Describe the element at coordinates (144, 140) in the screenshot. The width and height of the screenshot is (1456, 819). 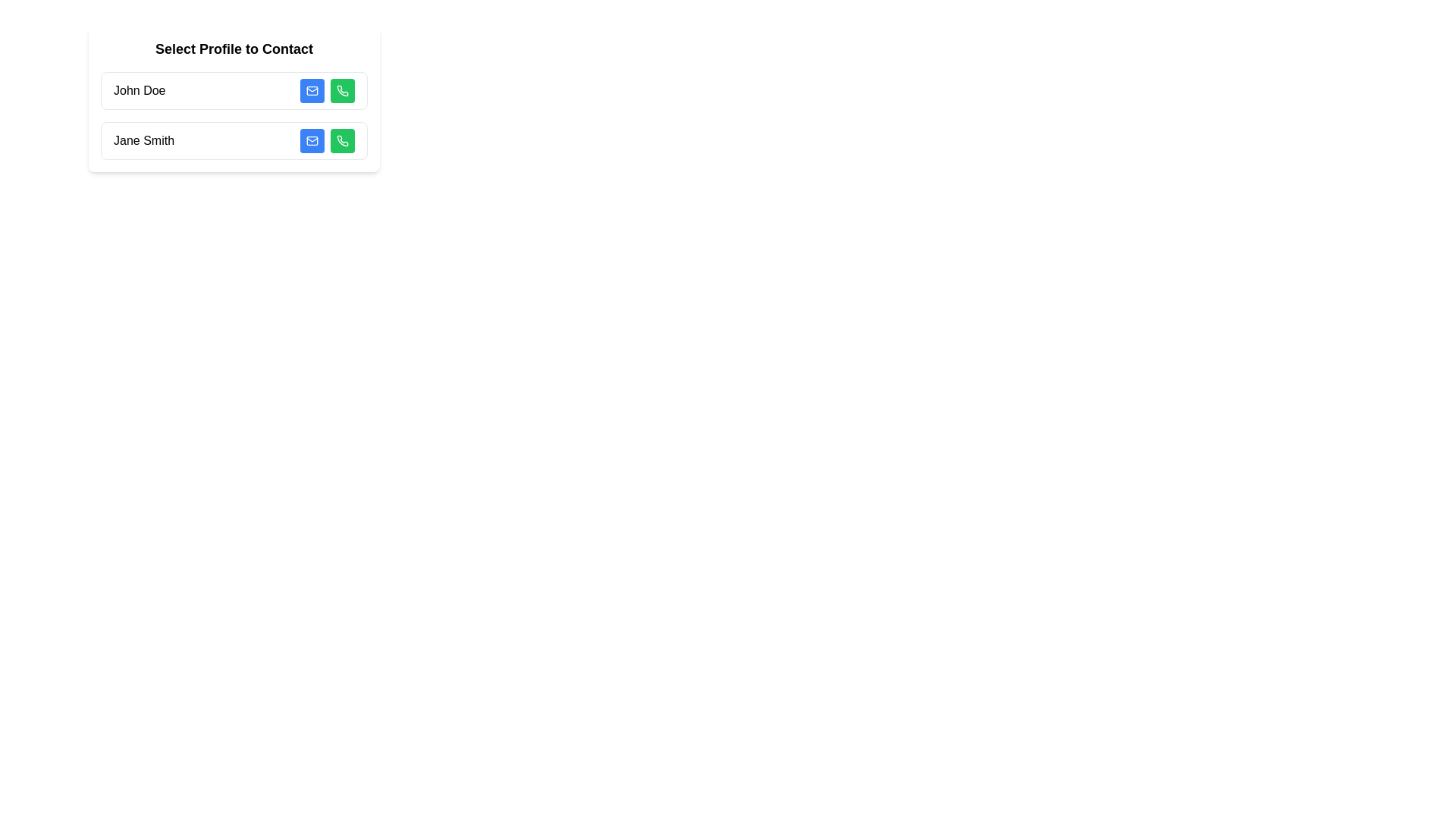
I see `the label displaying 'Jane Smith' located in the second profile card of the 'Select Profile to Contact' section, positioned above two interactive buttons` at that location.